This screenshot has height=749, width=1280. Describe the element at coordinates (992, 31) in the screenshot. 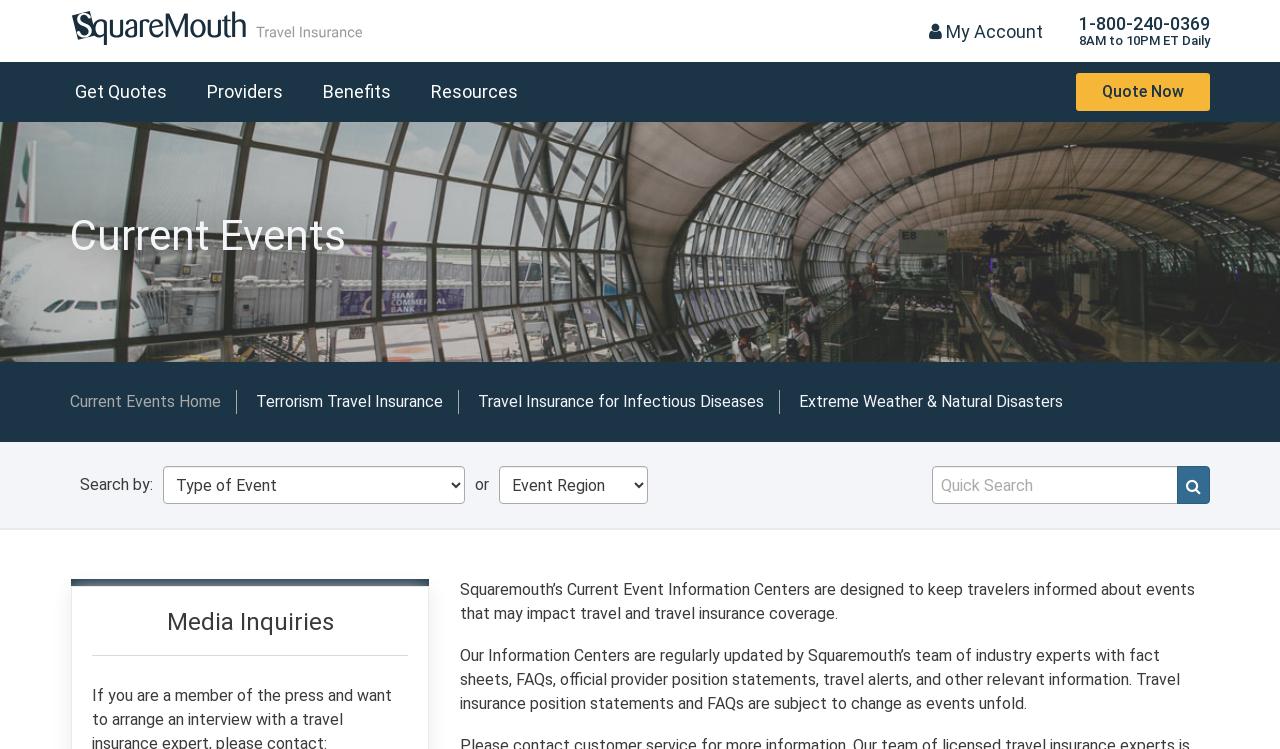

I see `'My Account'` at that location.